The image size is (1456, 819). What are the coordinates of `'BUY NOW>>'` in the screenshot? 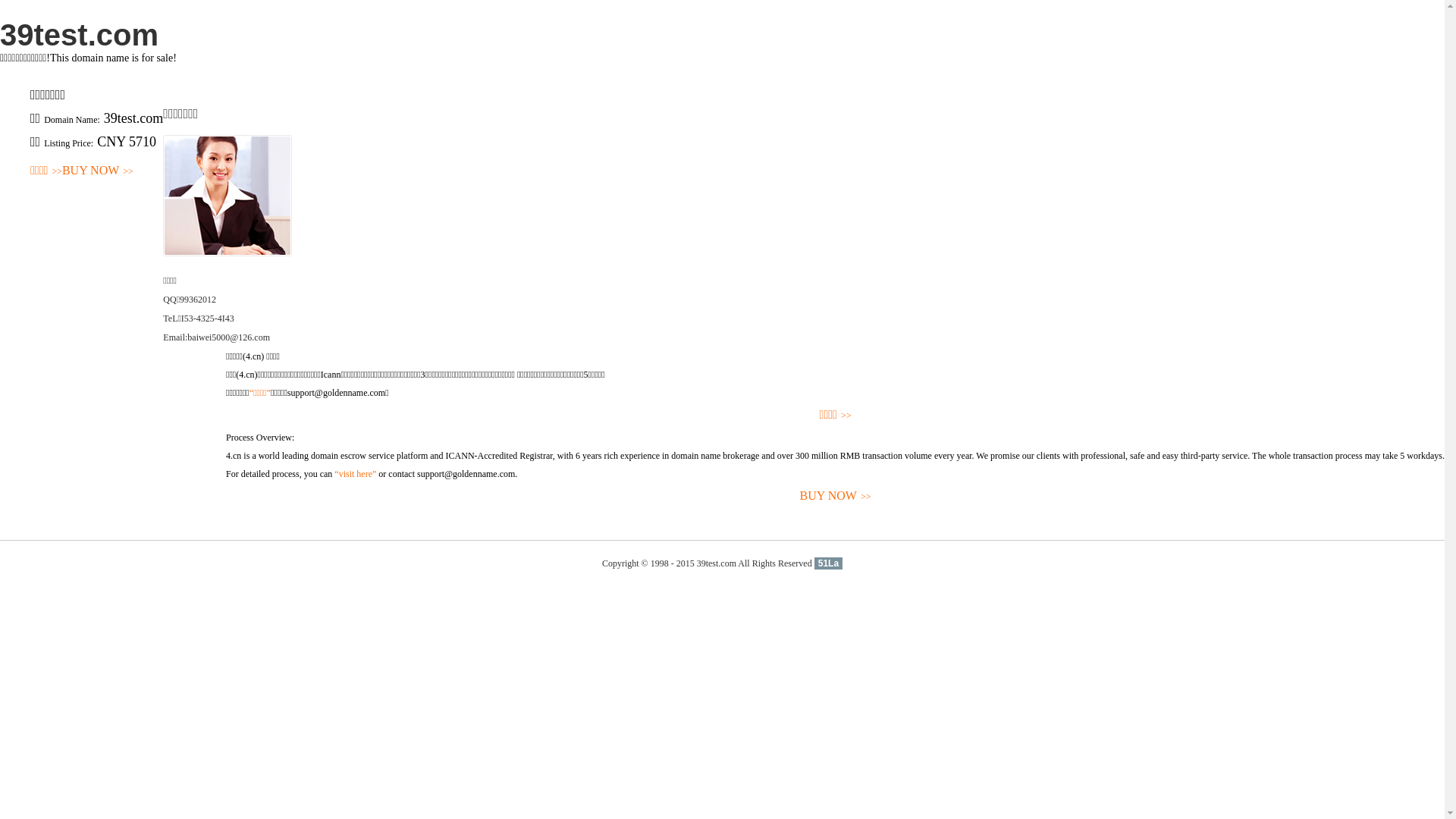 It's located at (97, 171).